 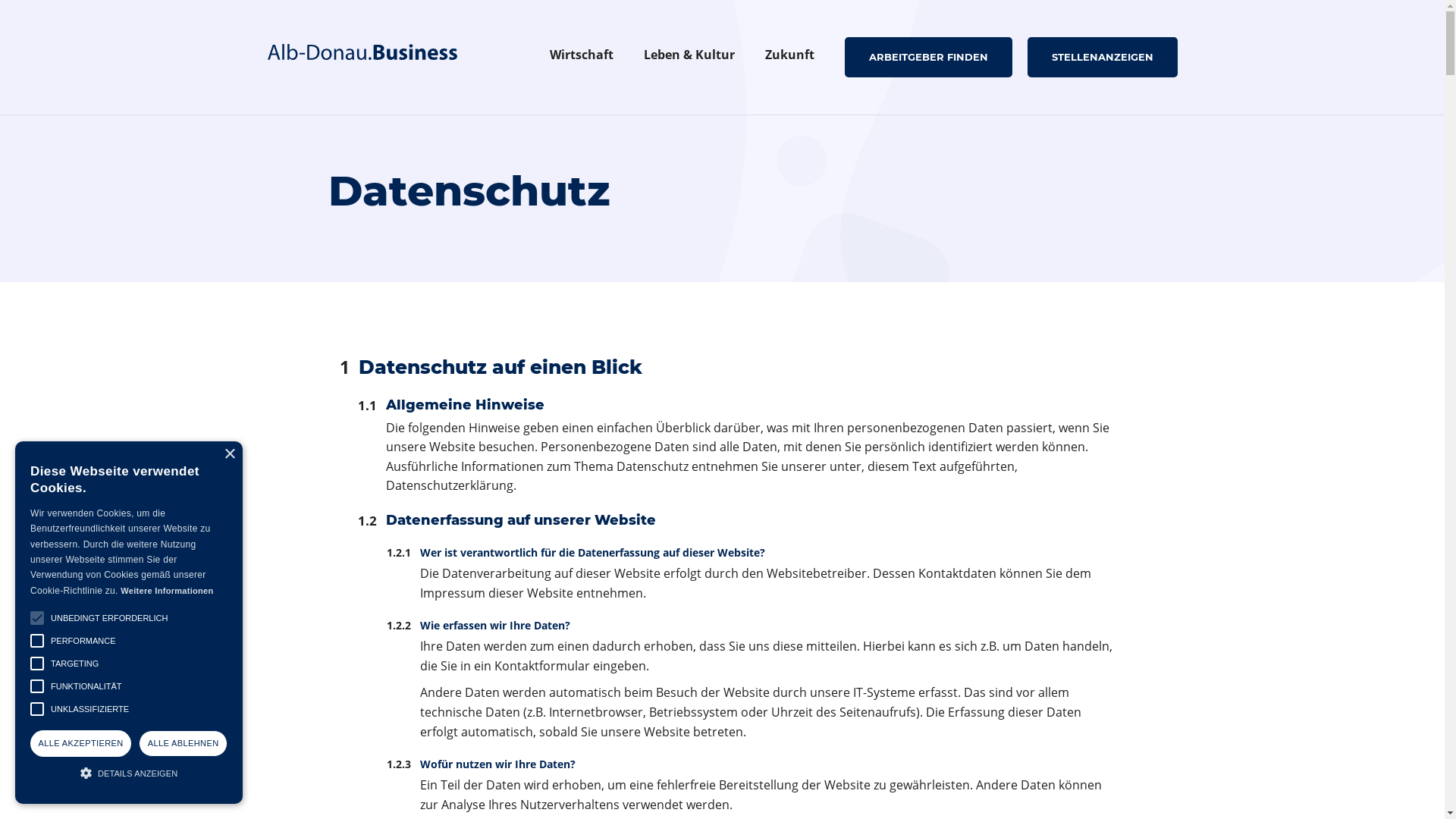 I want to click on 'STELLENANZEIGEN', so click(x=1102, y=55).